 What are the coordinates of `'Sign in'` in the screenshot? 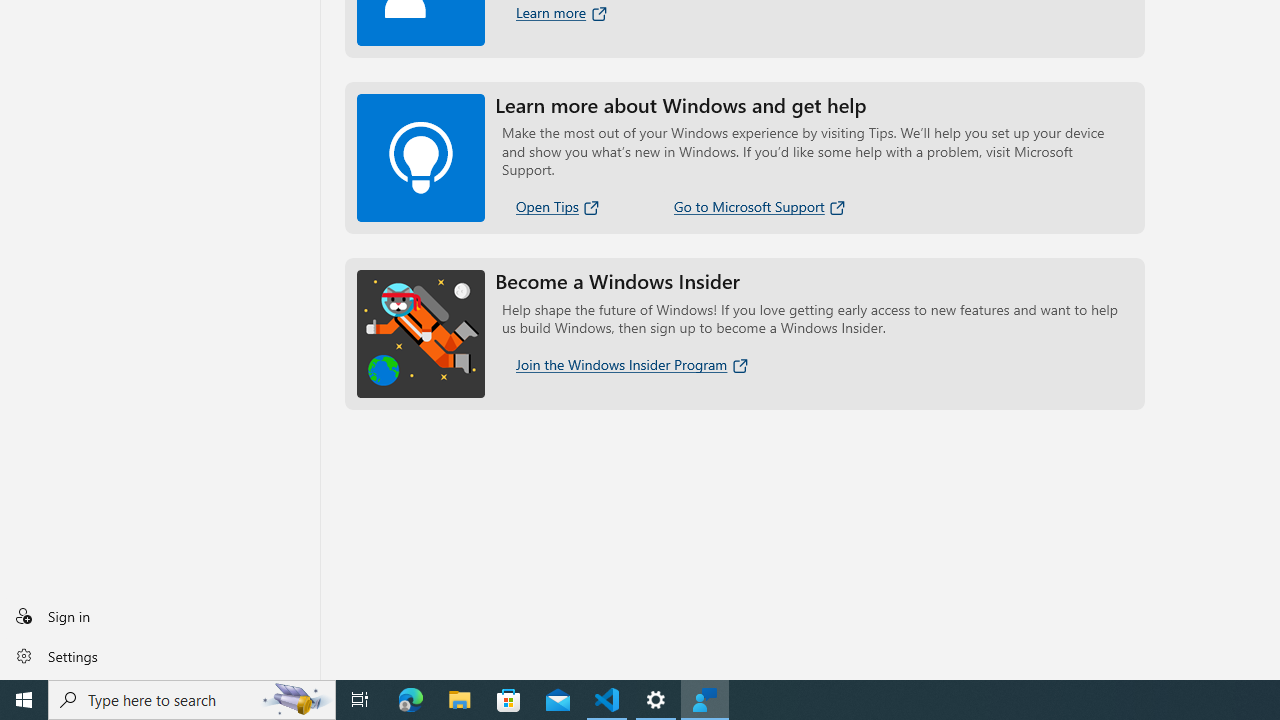 It's located at (160, 615).